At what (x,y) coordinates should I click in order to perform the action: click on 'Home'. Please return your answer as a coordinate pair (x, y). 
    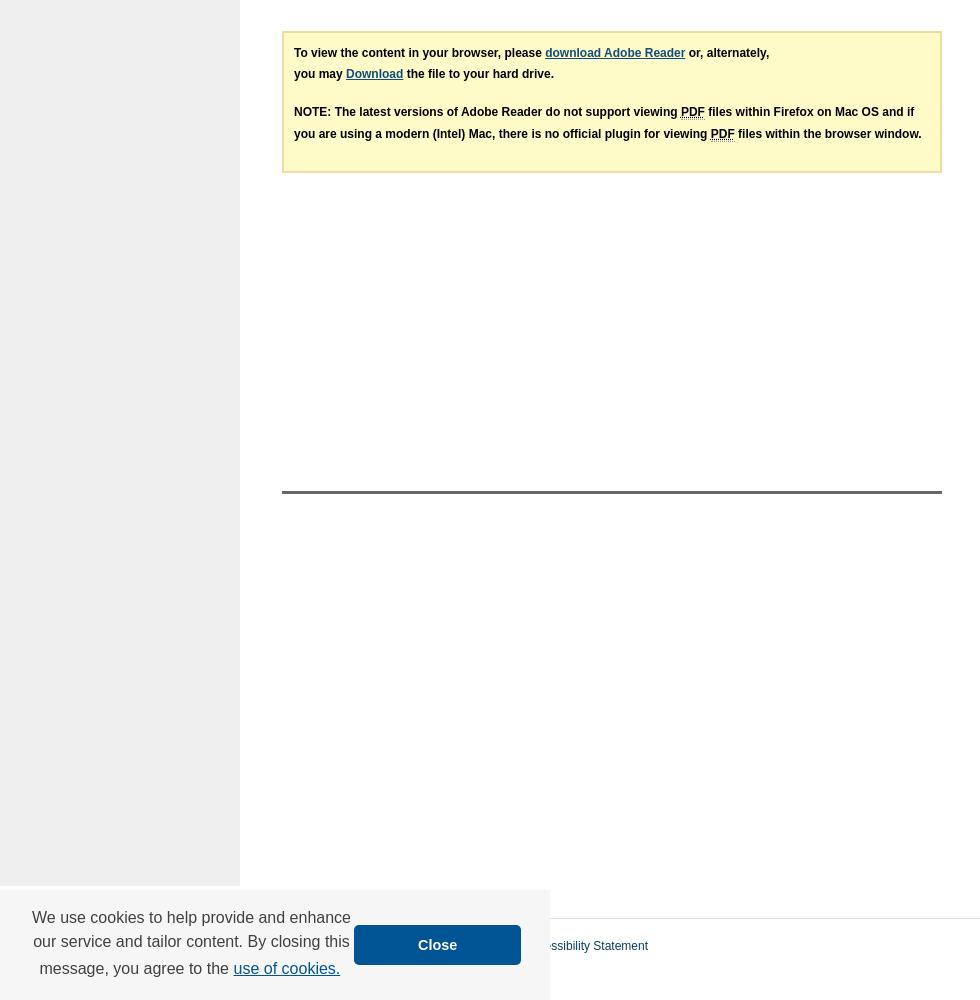
    Looking at the image, I should click on (272, 945).